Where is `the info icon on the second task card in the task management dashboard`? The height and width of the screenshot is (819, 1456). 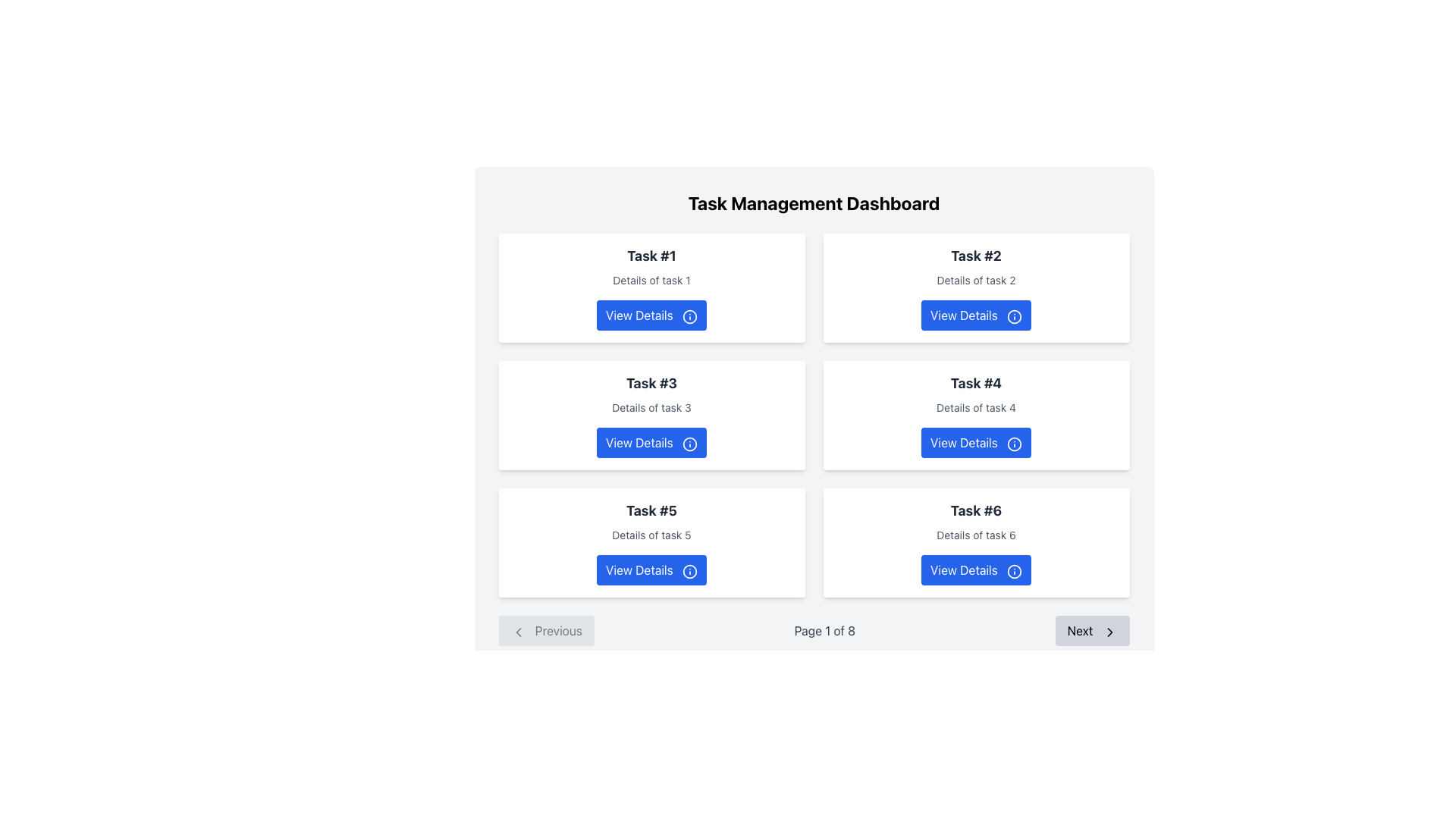
the info icon on the second task card in the task management dashboard is located at coordinates (976, 288).